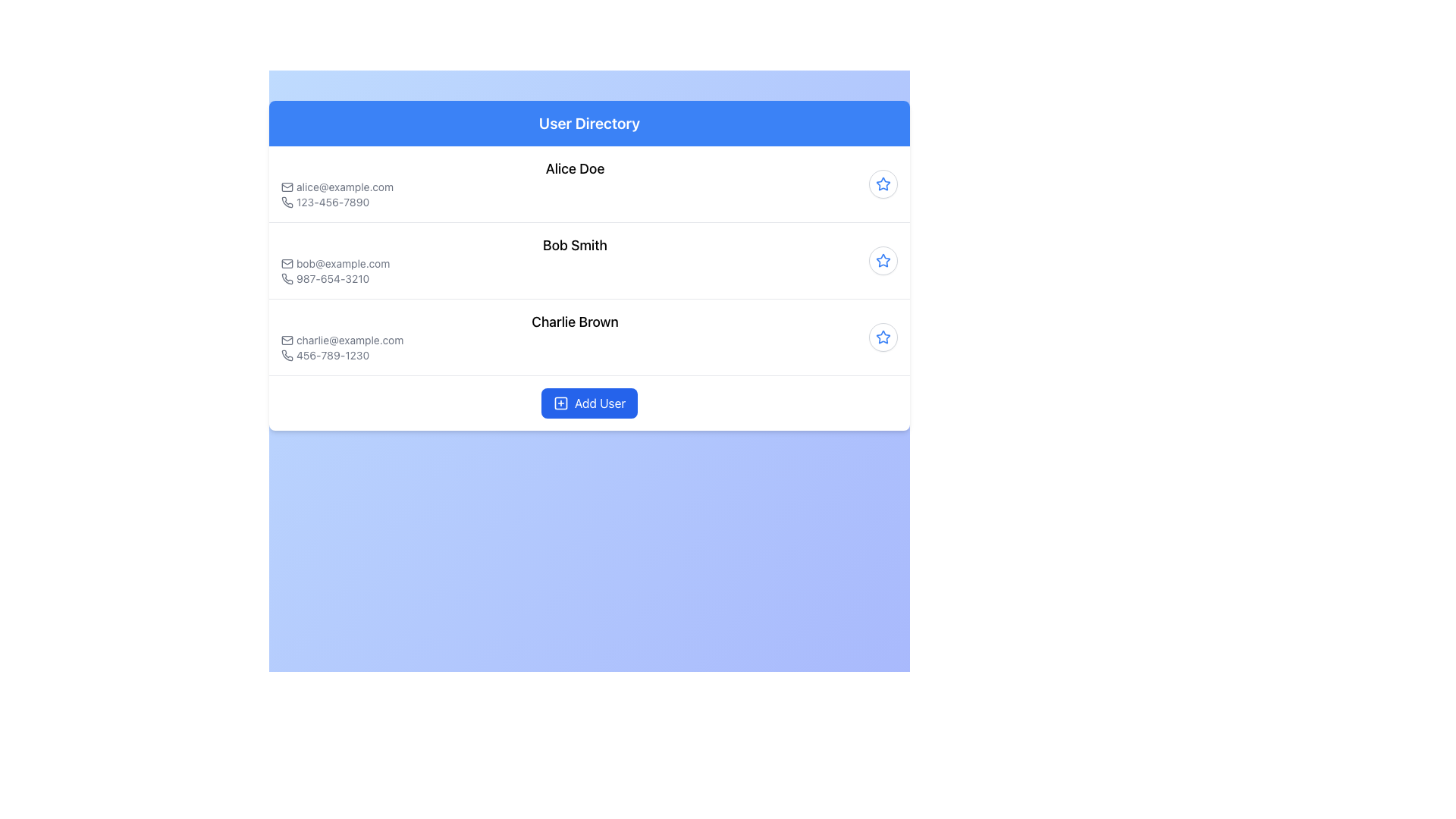  What do you see at coordinates (287, 278) in the screenshot?
I see `the phone icon located in the second row of the user directory interface, immediately to the left of the phone number '987-654-3210'` at bounding box center [287, 278].